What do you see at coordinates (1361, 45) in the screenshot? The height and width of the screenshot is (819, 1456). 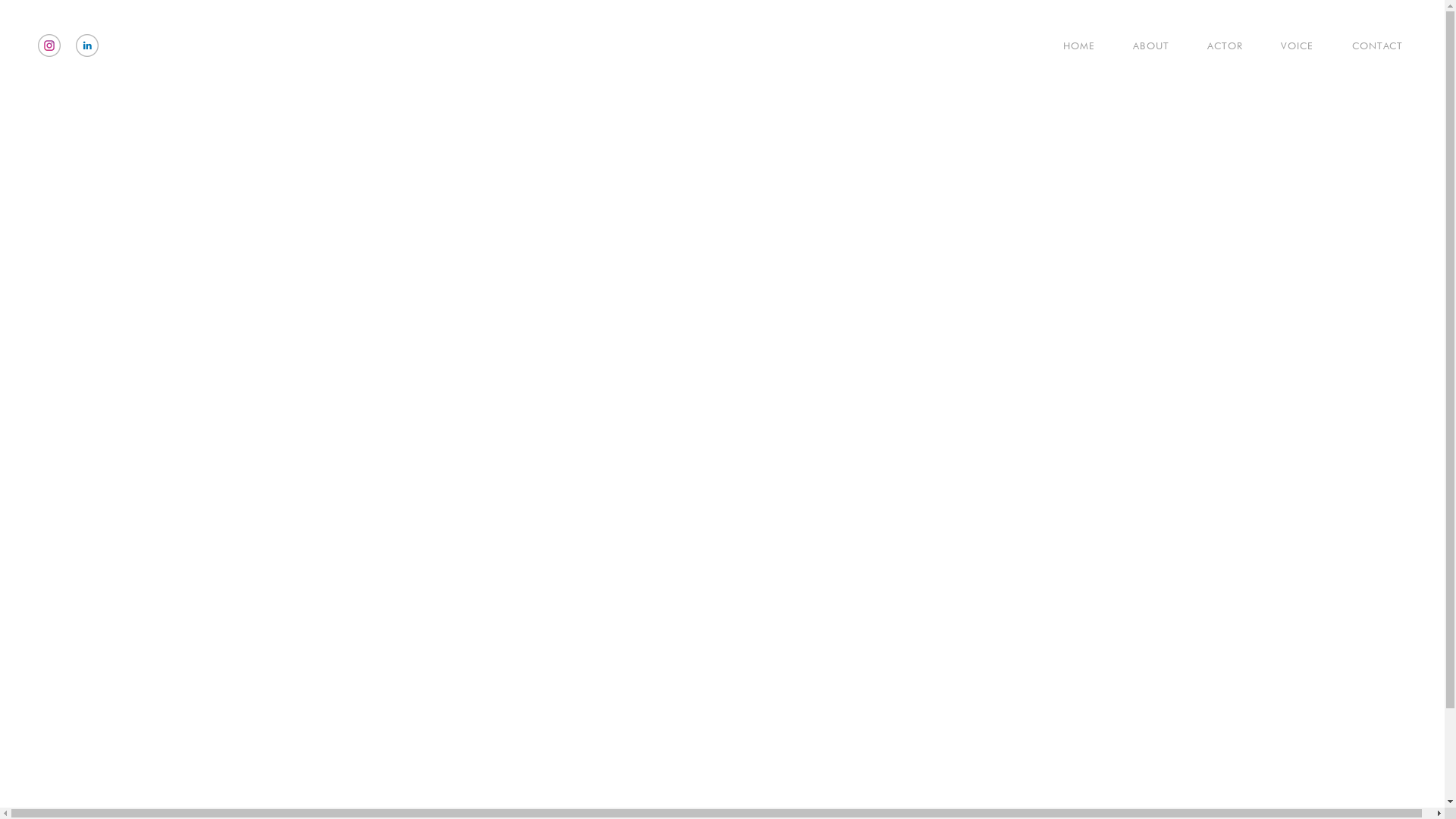 I see `'CONTACT'` at bounding box center [1361, 45].